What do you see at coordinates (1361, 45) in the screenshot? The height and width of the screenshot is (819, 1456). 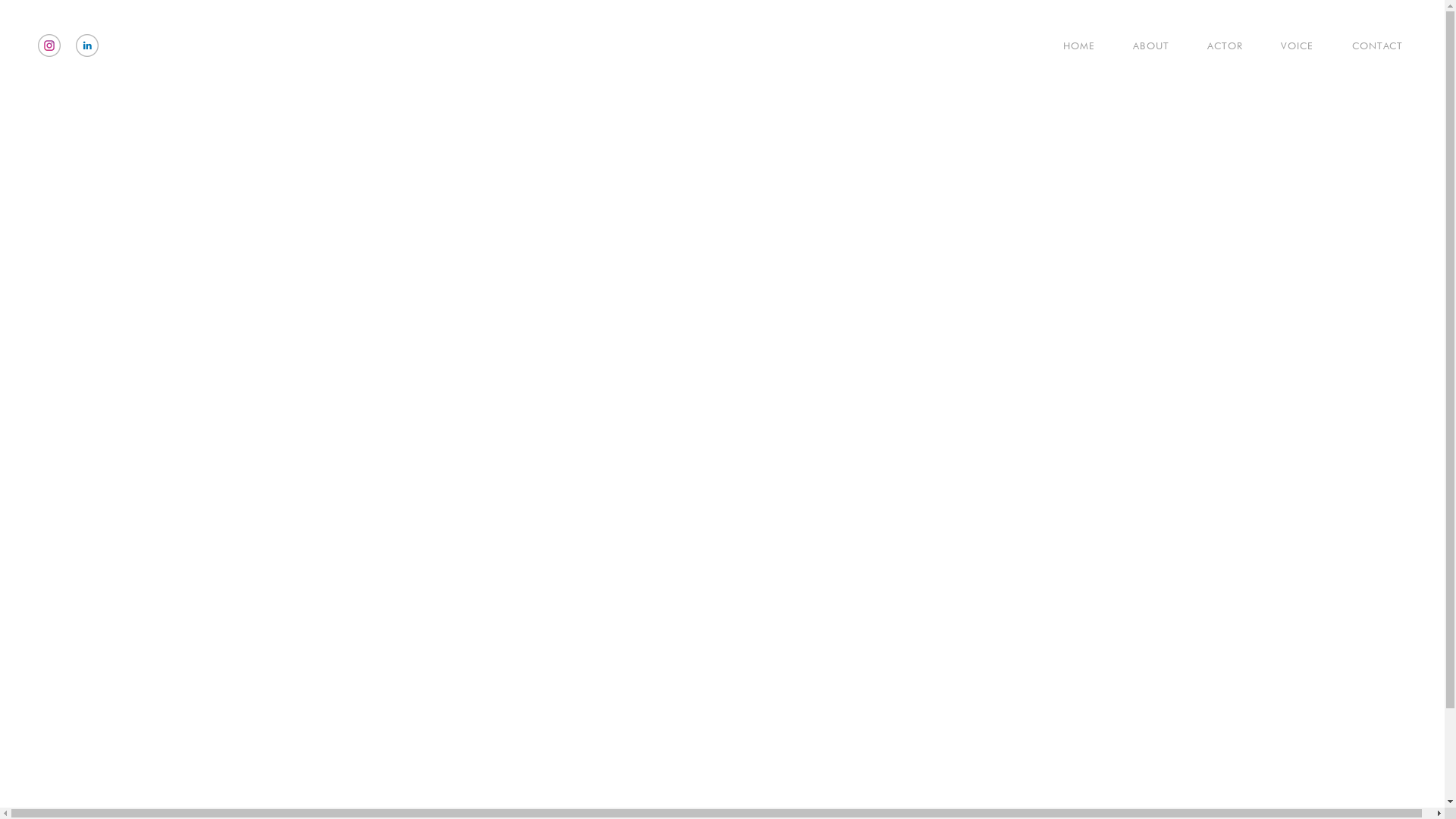 I see `'CONTACT'` at bounding box center [1361, 45].